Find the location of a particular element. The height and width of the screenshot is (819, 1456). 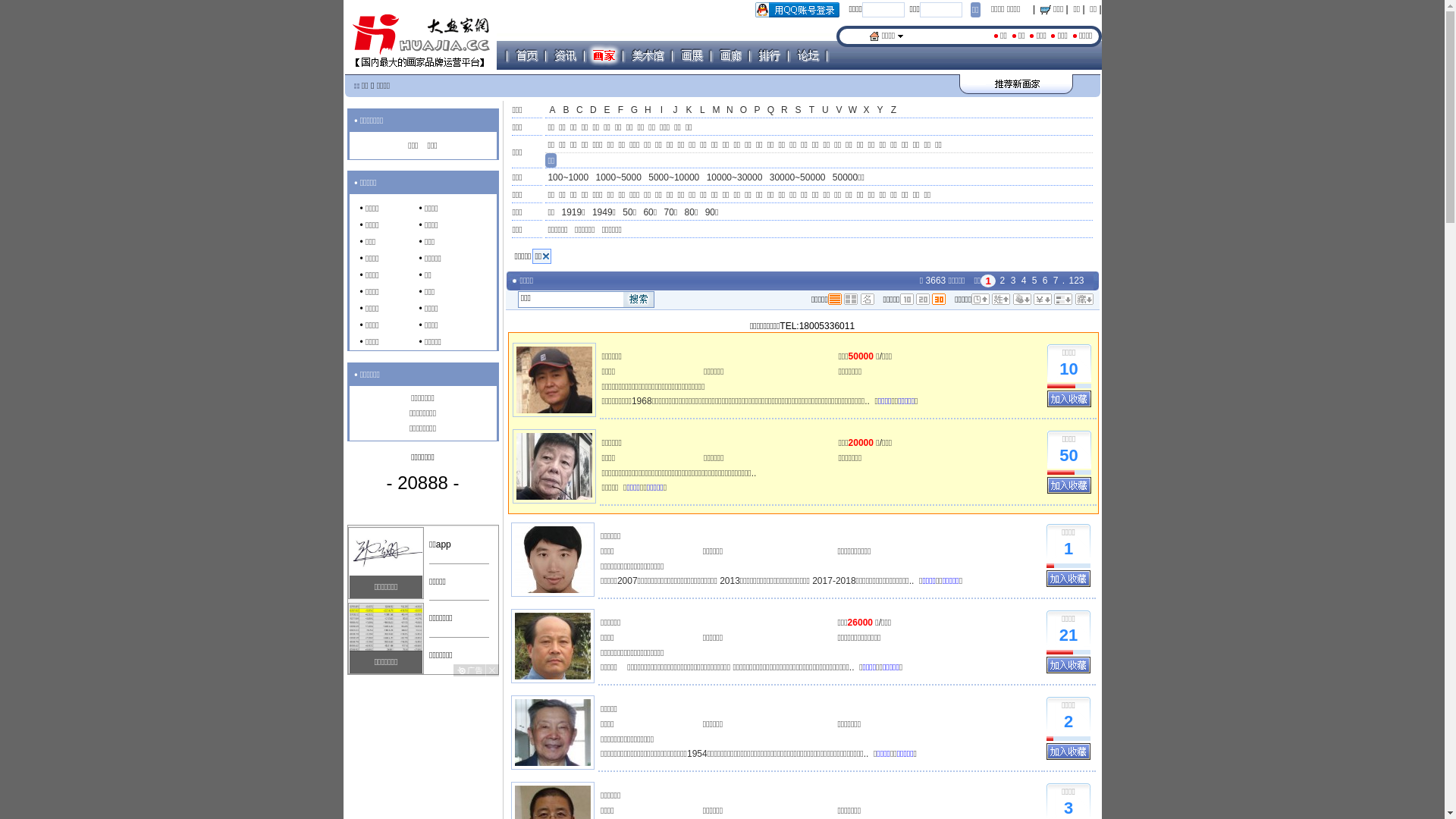

'O' is located at coordinates (742, 110).